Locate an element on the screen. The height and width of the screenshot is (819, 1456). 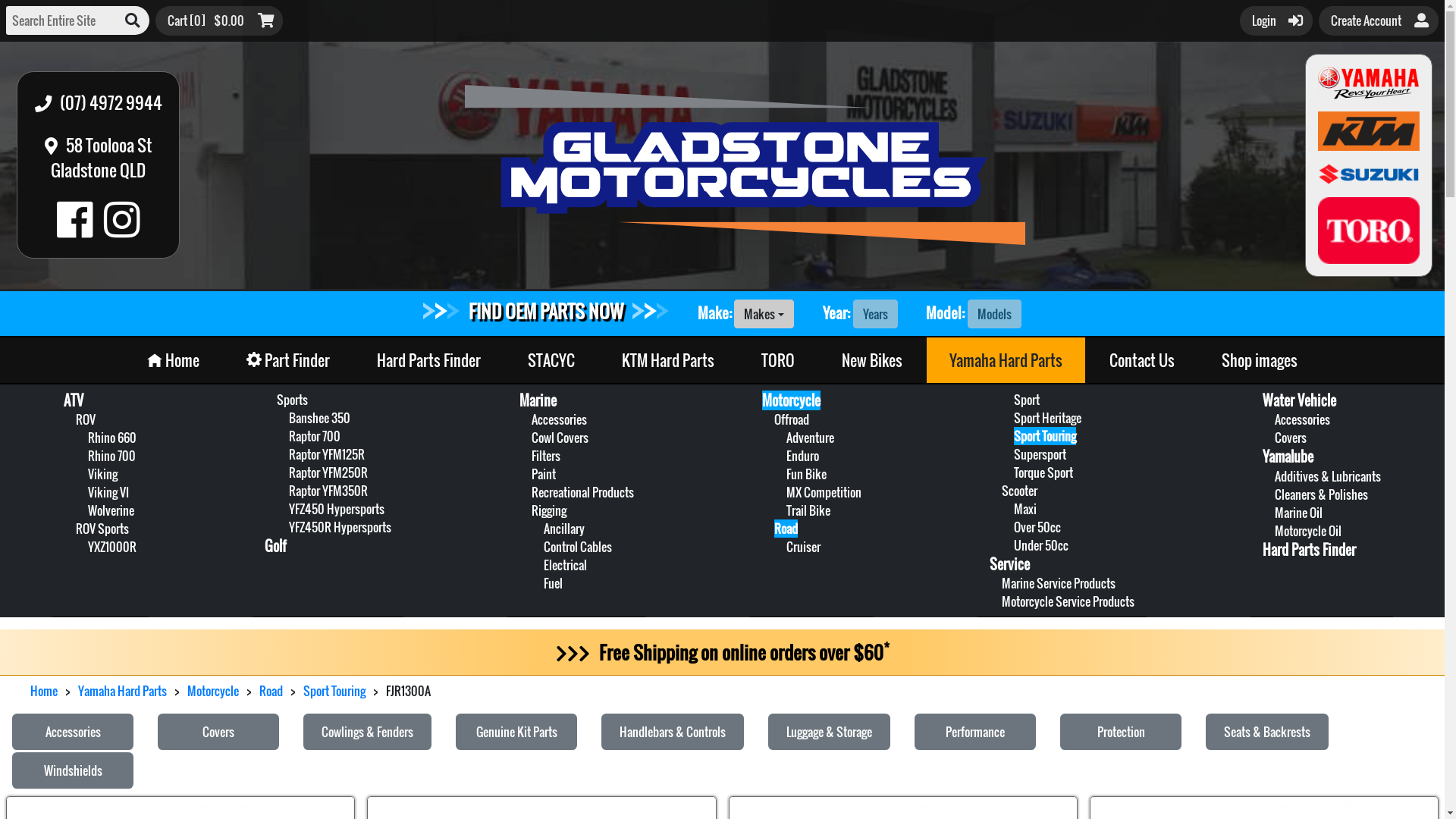
'Raptor YFM125R' is located at coordinates (326, 453).